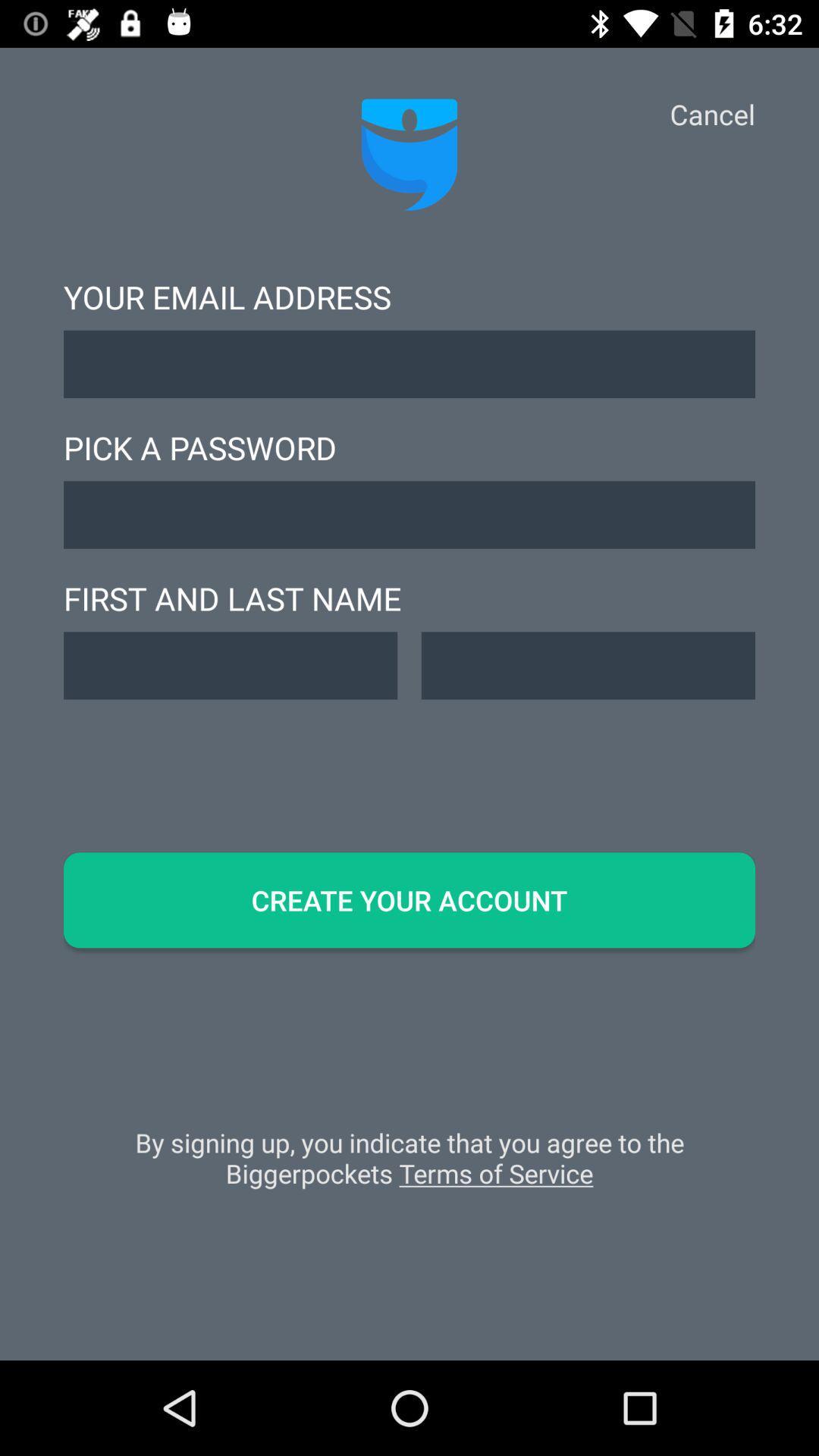 Image resolution: width=819 pixels, height=1456 pixels. What do you see at coordinates (409, 1165) in the screenshot?
I see `the by signing up icon` at bounding box center [409, 1165].